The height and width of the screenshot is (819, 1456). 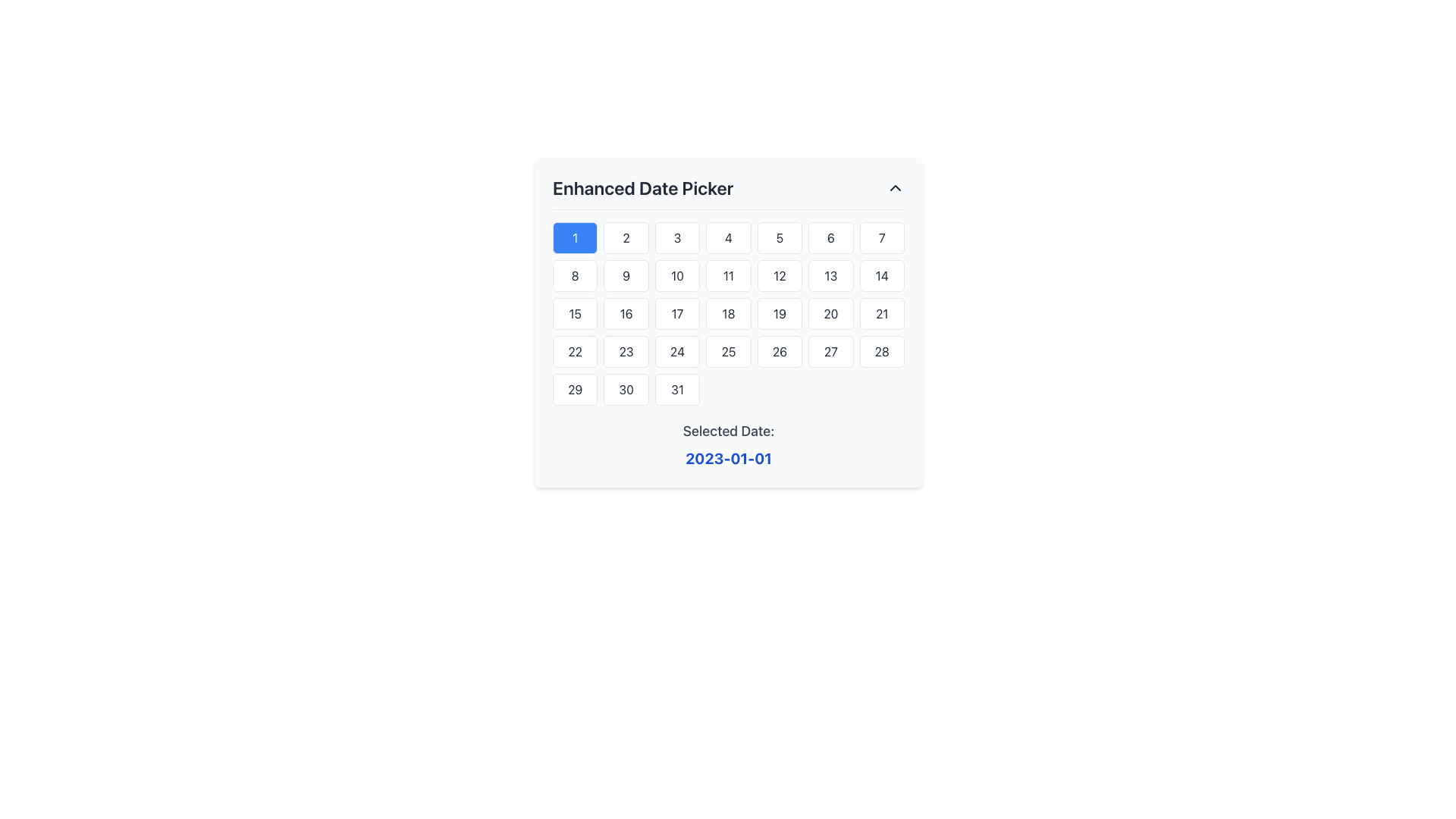 What do you see at coordinates (574, 312) in the screenshot?
I see `the calendar date button displaying the number '15'` at bounding box center [574, 312].